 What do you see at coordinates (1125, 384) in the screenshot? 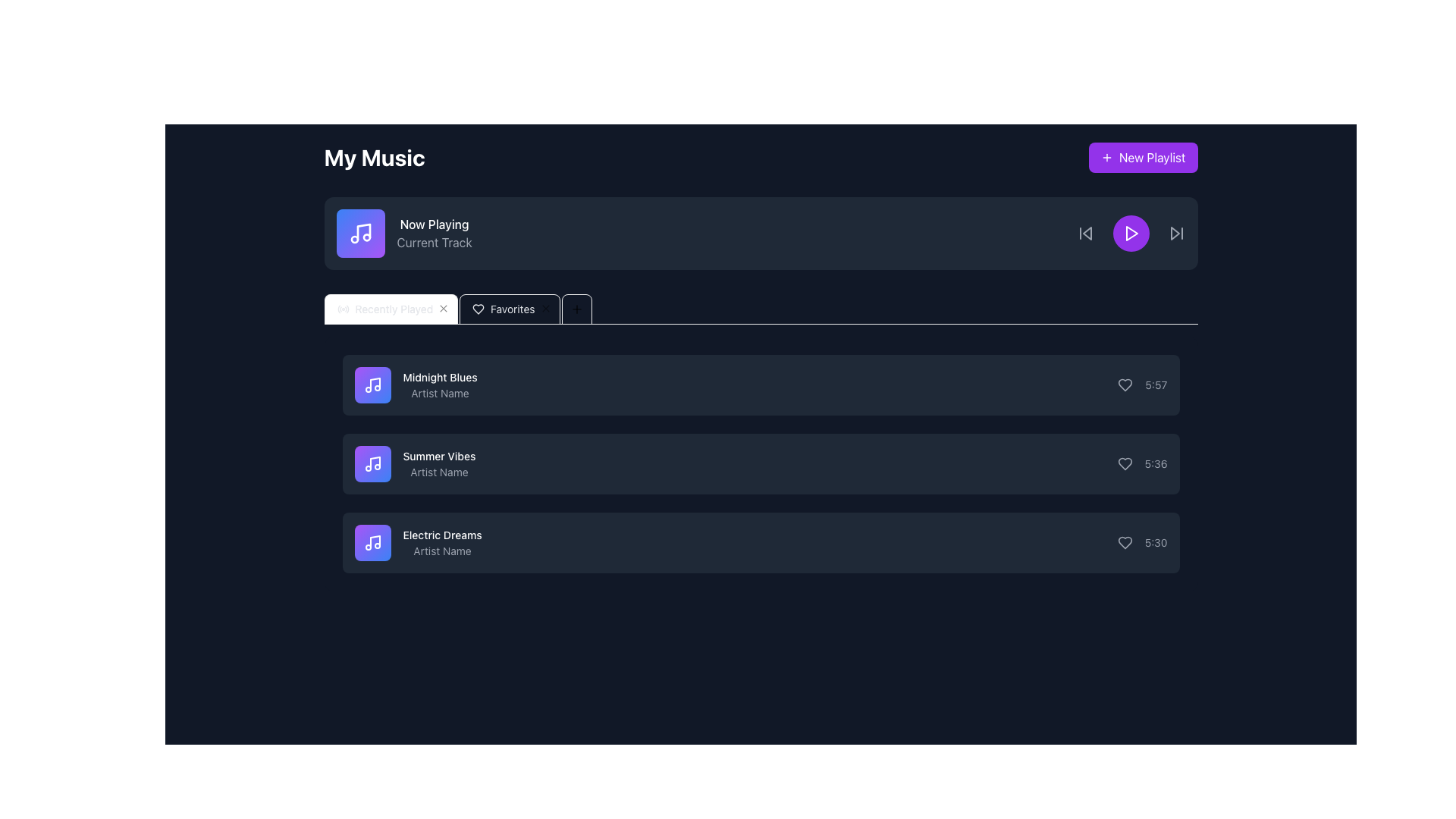
I see `the heart icon button located in the middle-right section of the 'Midnight Blues' song entry to mark or unmark the song as a favorite` at bounding box center [1125, 384].